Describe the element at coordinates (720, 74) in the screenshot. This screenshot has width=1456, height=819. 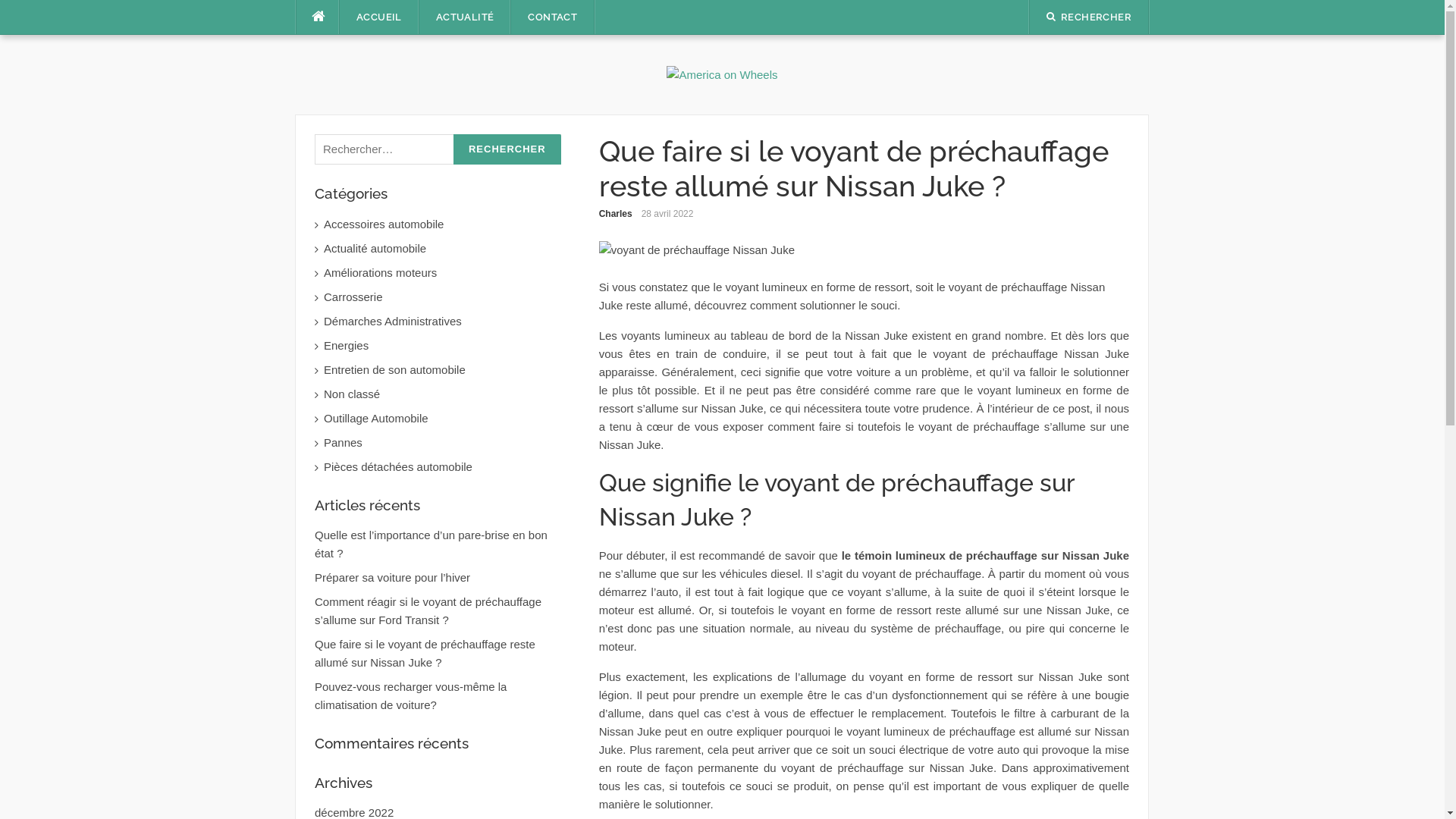
I see `'America on Wheels'` at that location.